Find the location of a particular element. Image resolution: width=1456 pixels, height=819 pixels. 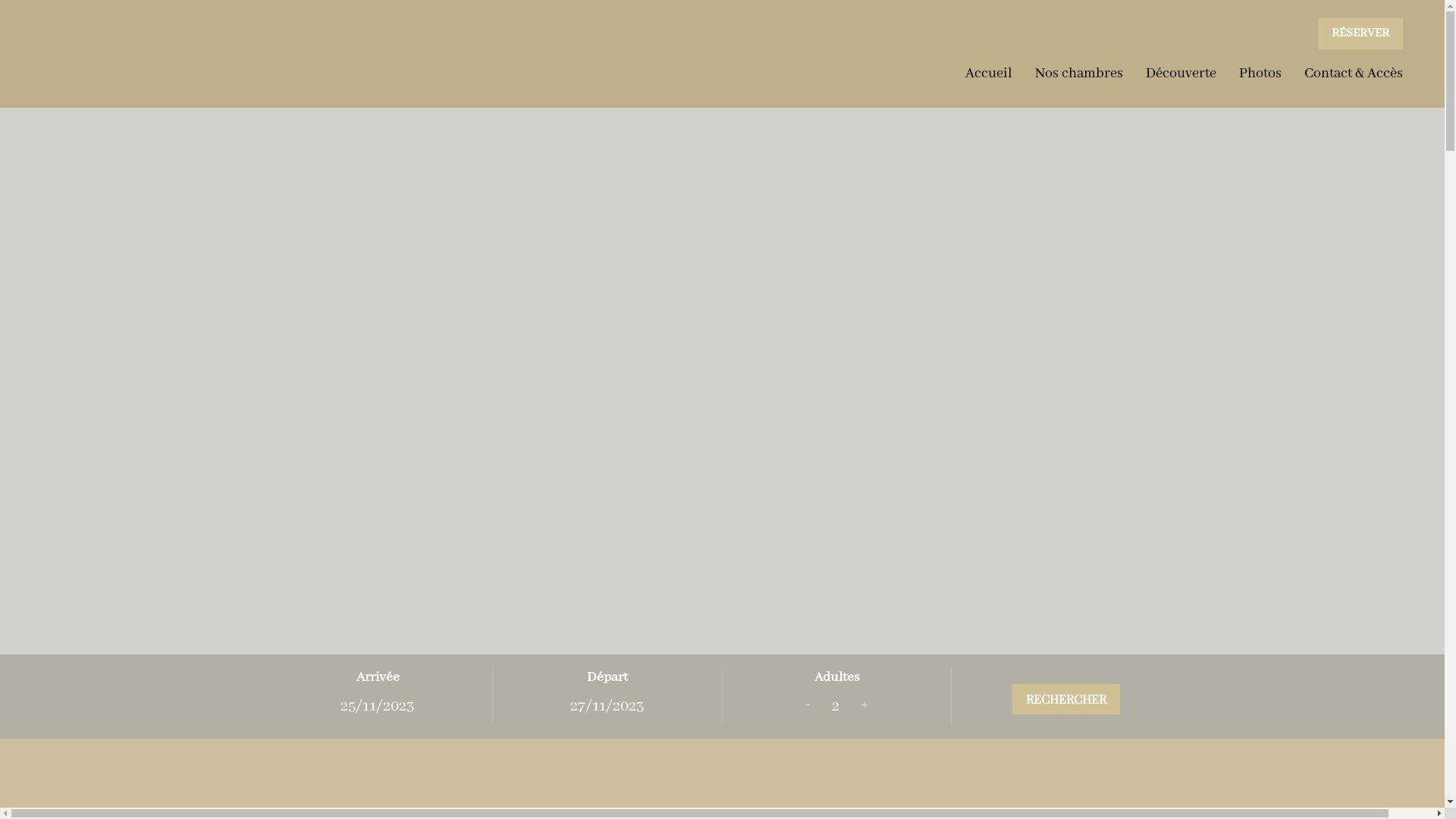

'Nos chambres' is located at coordinates (1078, 73).